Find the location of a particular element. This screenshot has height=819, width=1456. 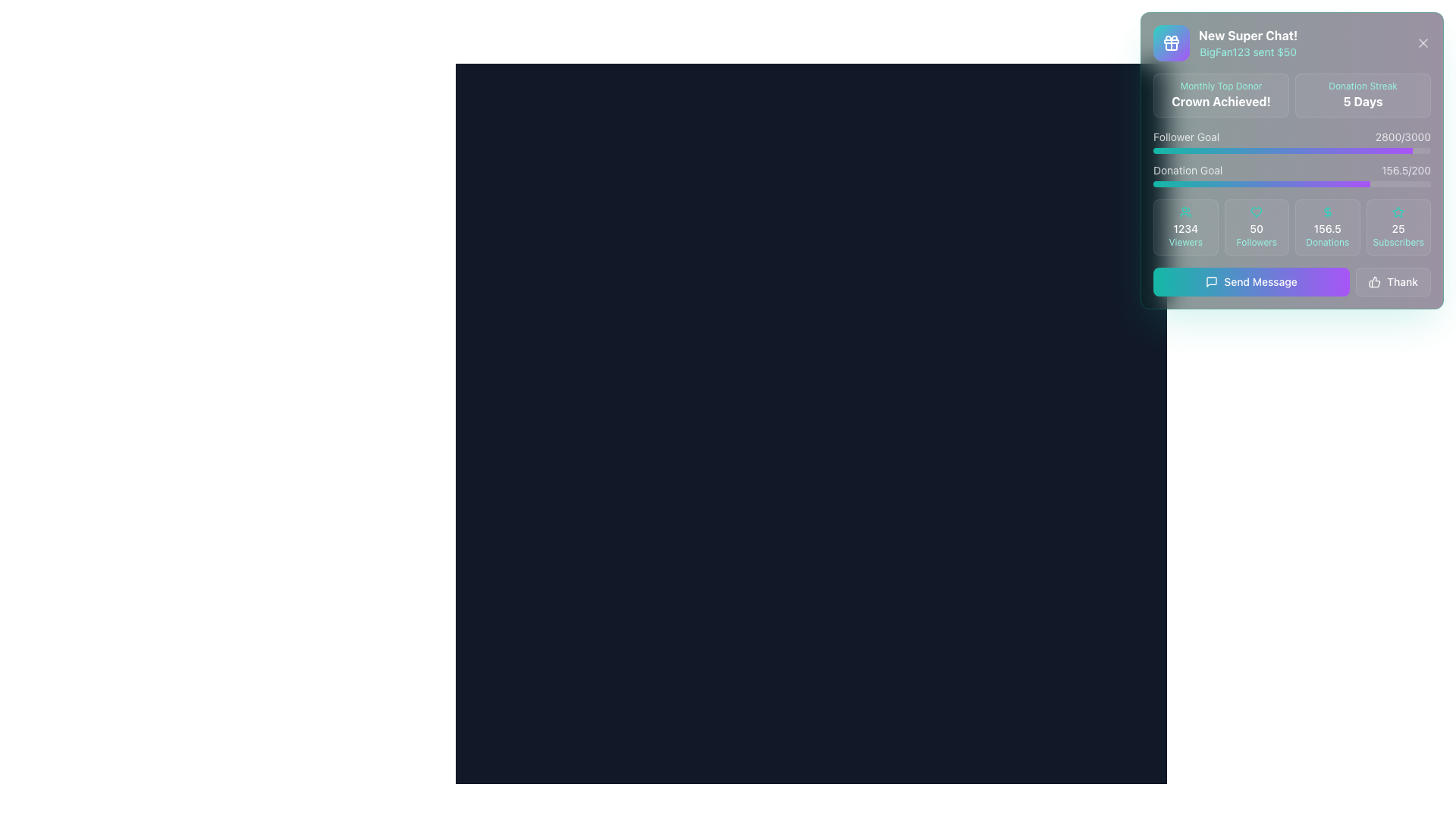

the thumbs-up icon within the 'Thank' button located at the bottom-right corner of the interface is located at coordinates (1375, 281).